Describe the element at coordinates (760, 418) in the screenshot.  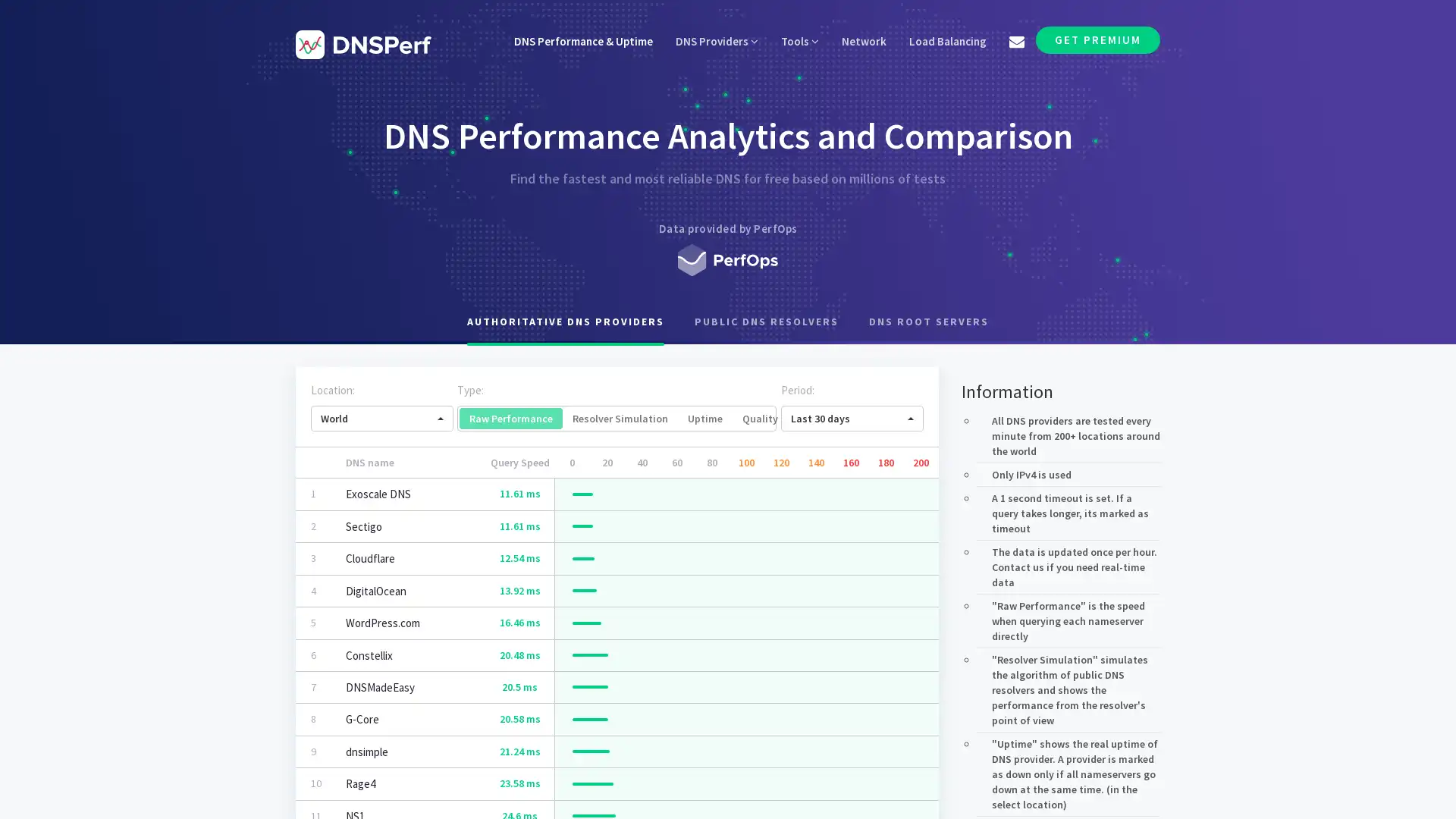
I see `Quality` at that location.